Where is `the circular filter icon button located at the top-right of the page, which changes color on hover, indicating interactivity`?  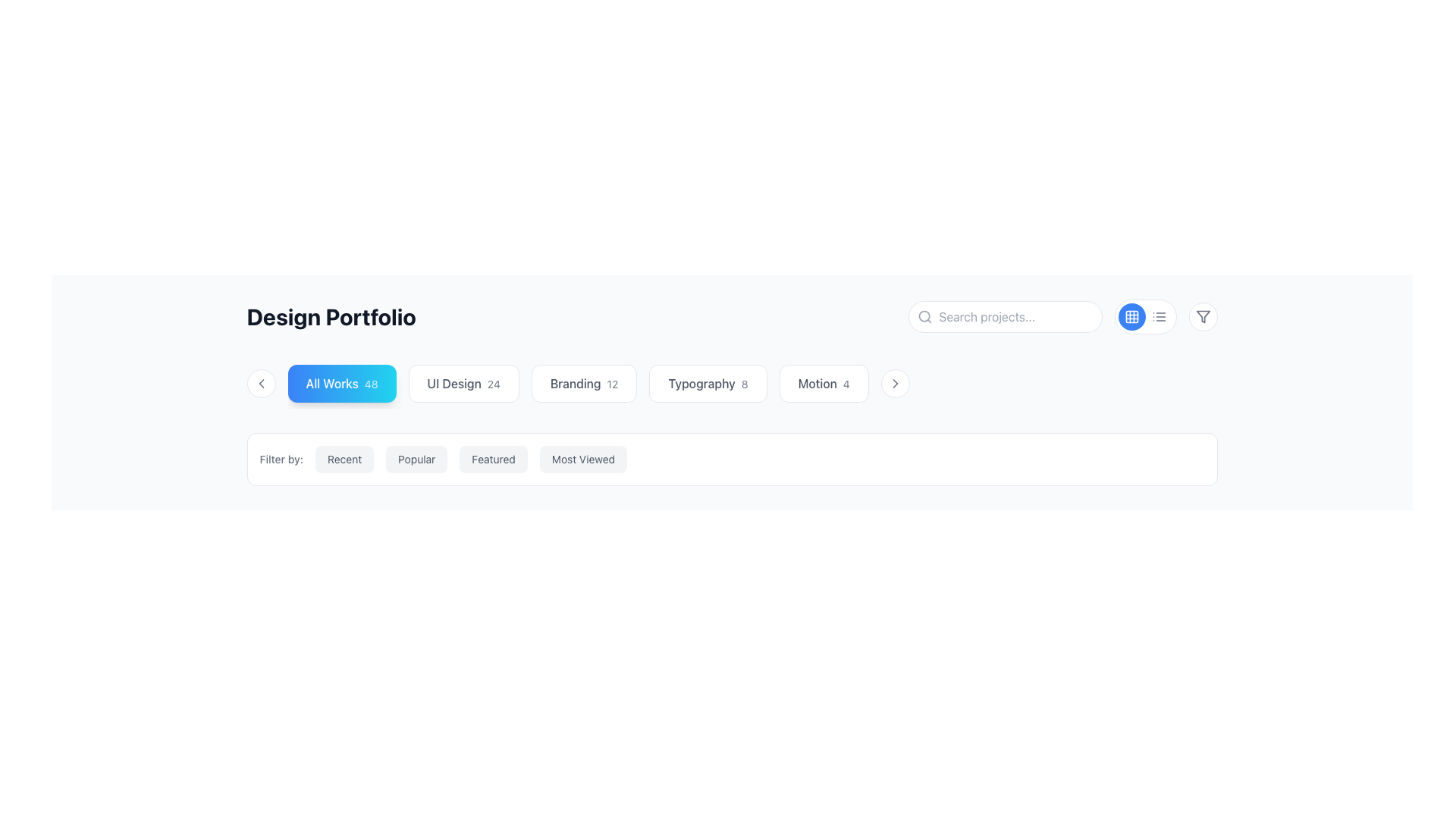 the circular filter icon button located at the top-right of the page, which changes color on hover, indicating interactivity is located at coordinates (1202, 315).